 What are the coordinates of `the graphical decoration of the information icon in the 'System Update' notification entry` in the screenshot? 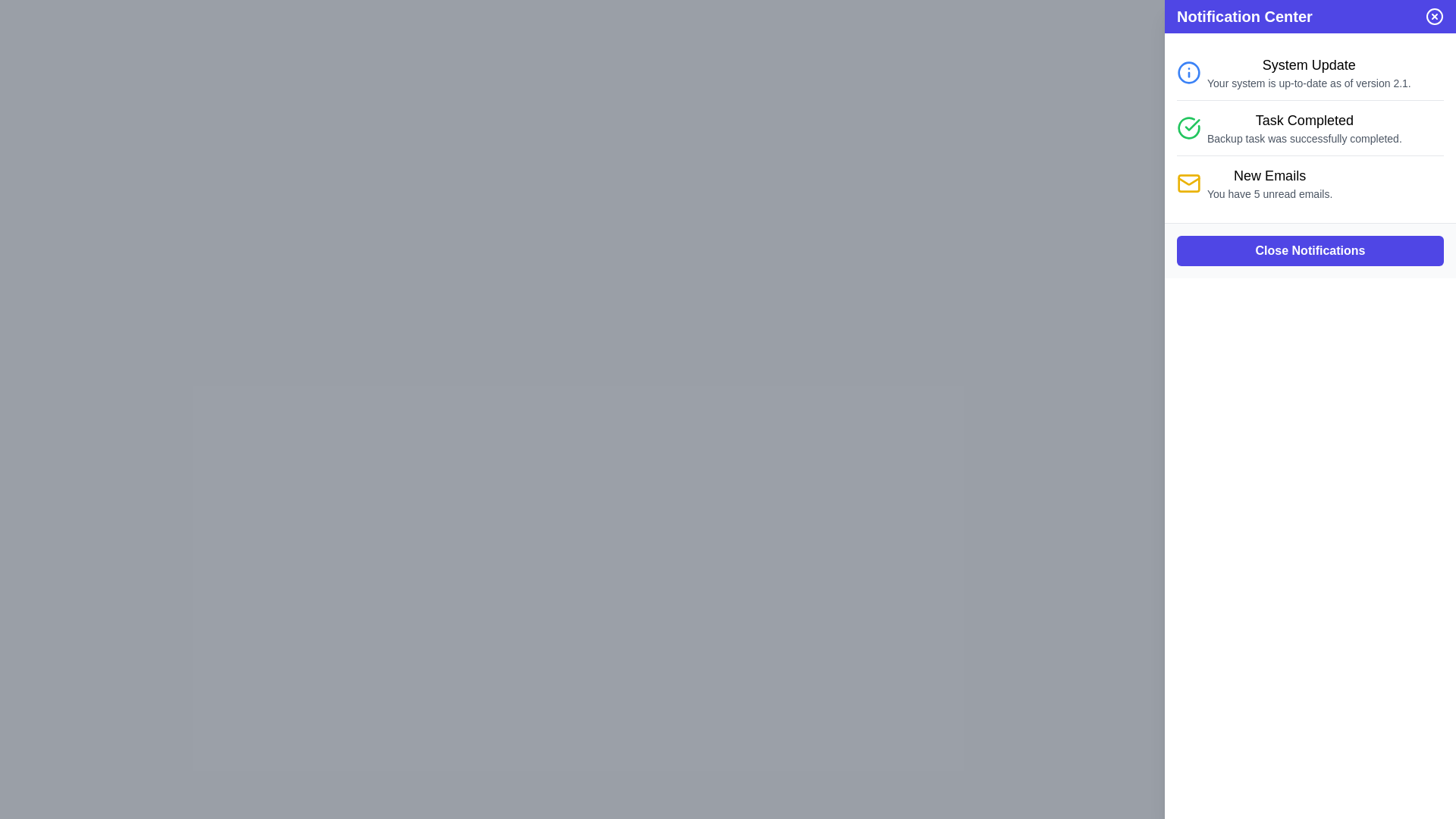 It's located at (1188, 73).